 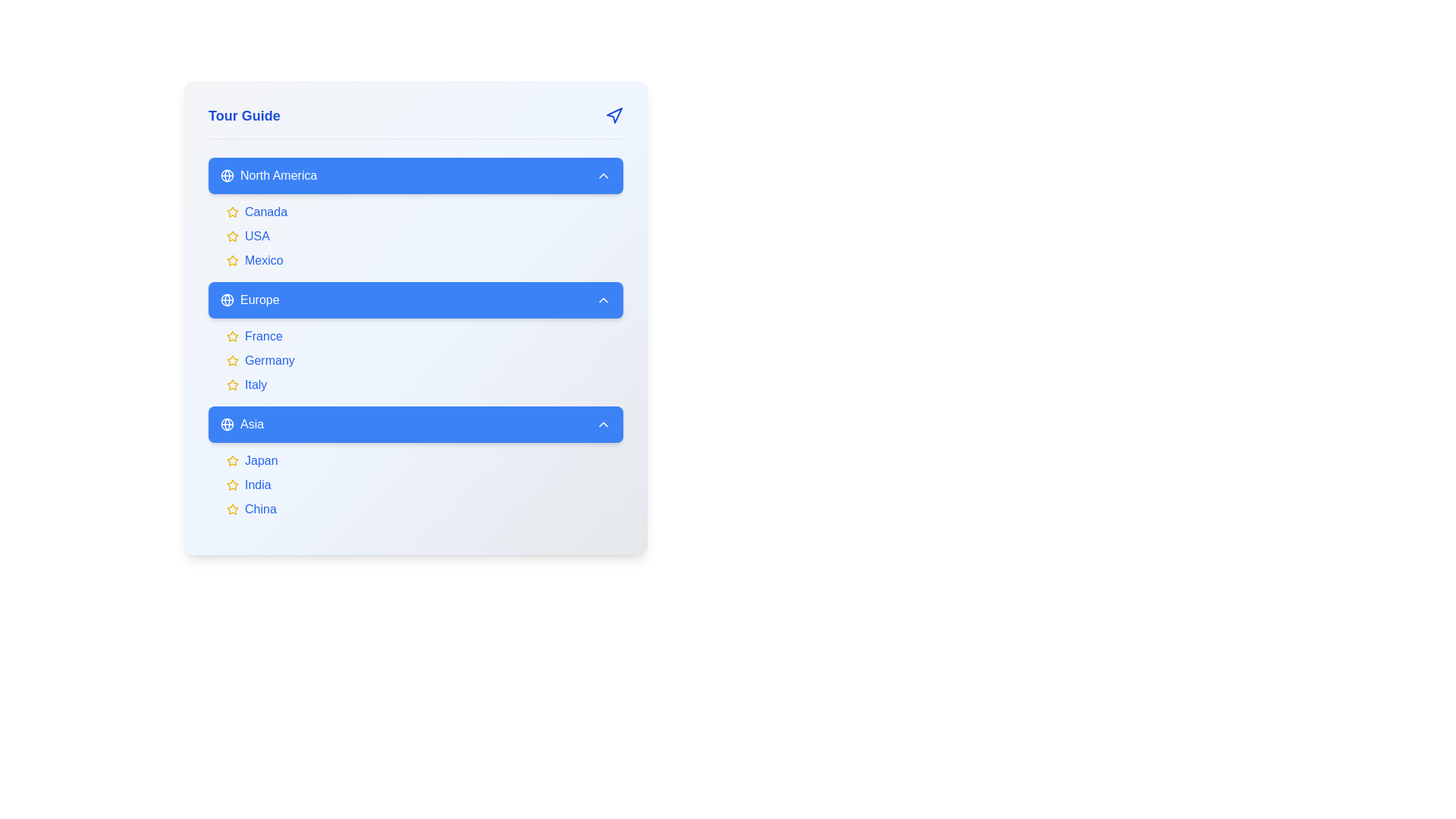 What do you see at coordinates (264, 259) in the screenshot?
I see `the hyperlink that redirects to the 'Mexico' section, which is the third item in the list under 'North America', positioned below 'Canada' and 'USA', and adjacent to a star icon on its left` at bounding box center [264, 259].